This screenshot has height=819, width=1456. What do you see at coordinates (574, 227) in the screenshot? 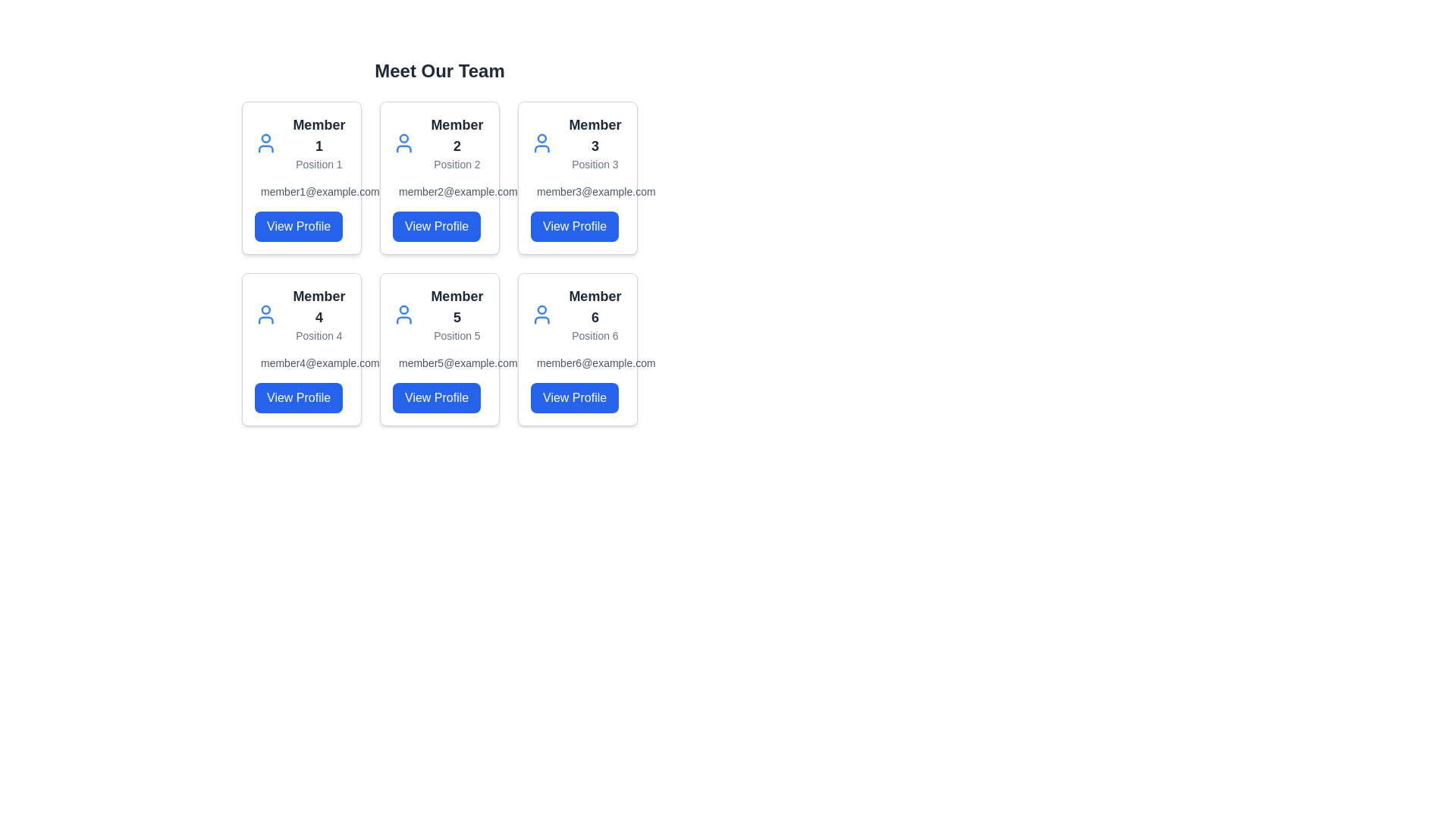
I see `the 'View Profile' button for 'Member 3' to observe the visual change in its appearance` at bounding box center [574, 227].